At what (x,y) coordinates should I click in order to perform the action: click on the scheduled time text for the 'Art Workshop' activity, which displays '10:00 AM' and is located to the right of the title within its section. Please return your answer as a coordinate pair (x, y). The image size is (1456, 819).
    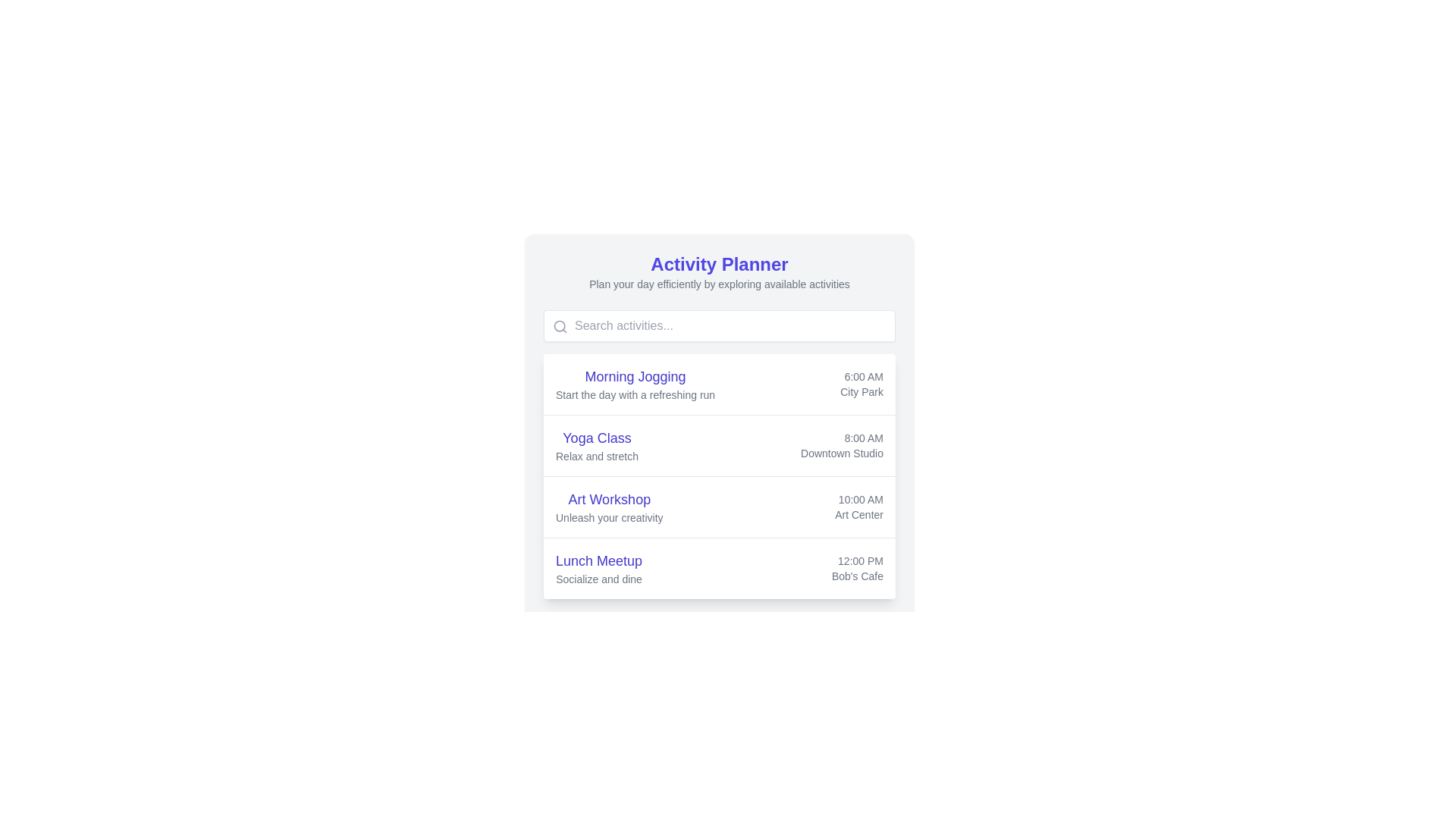
    Looking at the image, I should click on (859, 500).